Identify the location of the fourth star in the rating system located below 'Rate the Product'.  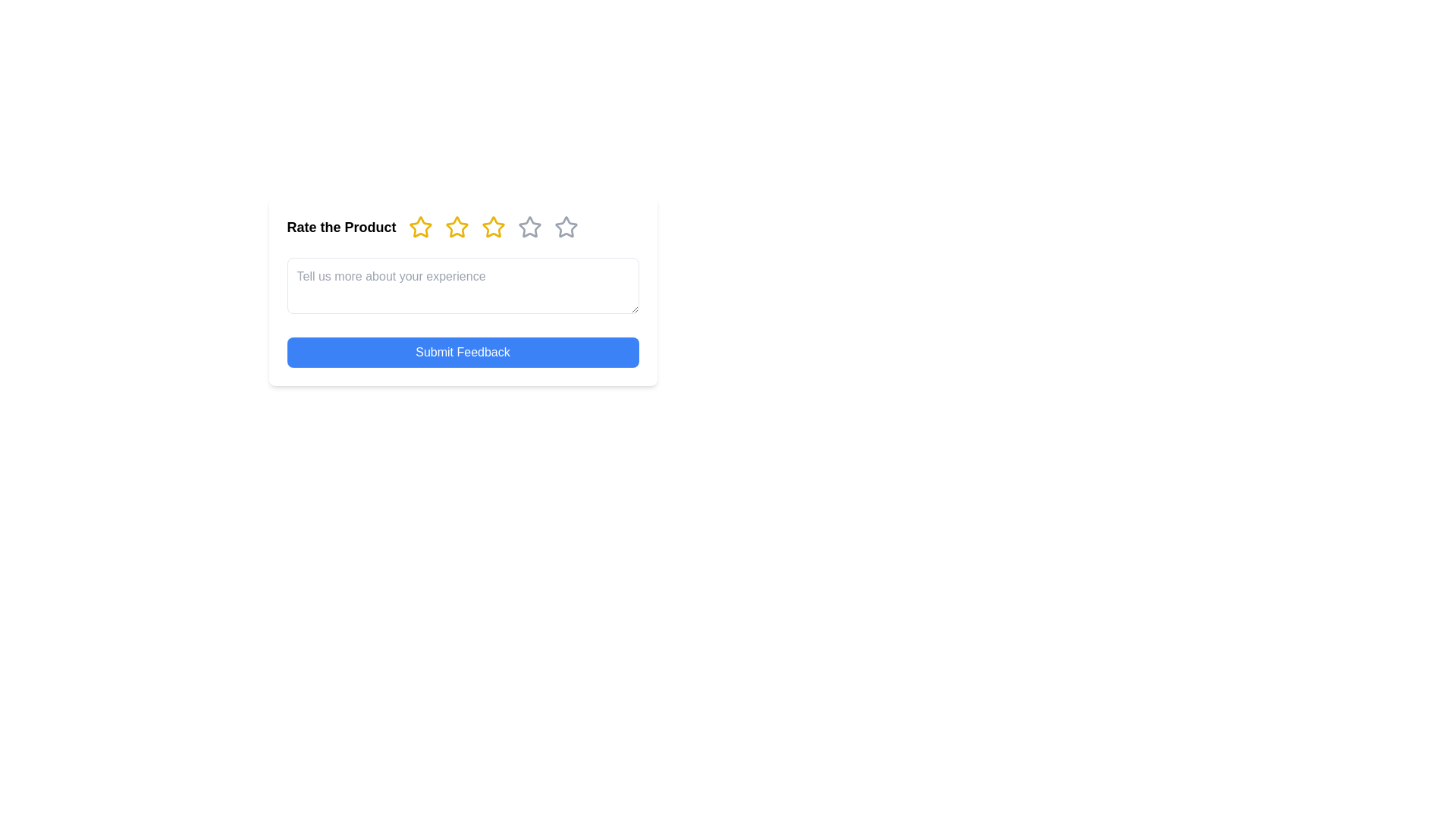
(493, 227).